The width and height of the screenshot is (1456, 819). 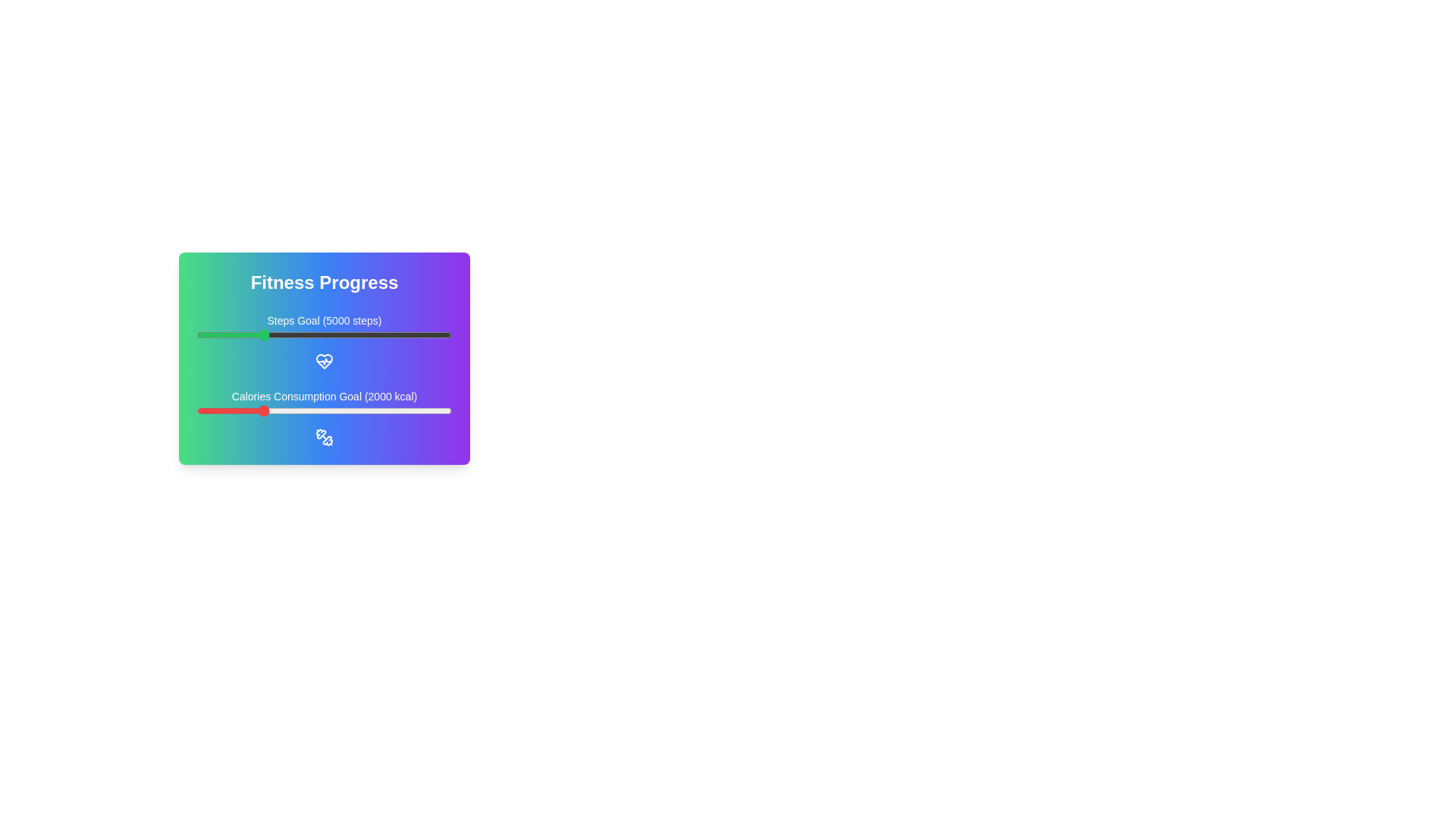 What do you see at coordinates (243, 411) in the screenshot?
I see `the calorie goal` at bounding box center [243, 411].